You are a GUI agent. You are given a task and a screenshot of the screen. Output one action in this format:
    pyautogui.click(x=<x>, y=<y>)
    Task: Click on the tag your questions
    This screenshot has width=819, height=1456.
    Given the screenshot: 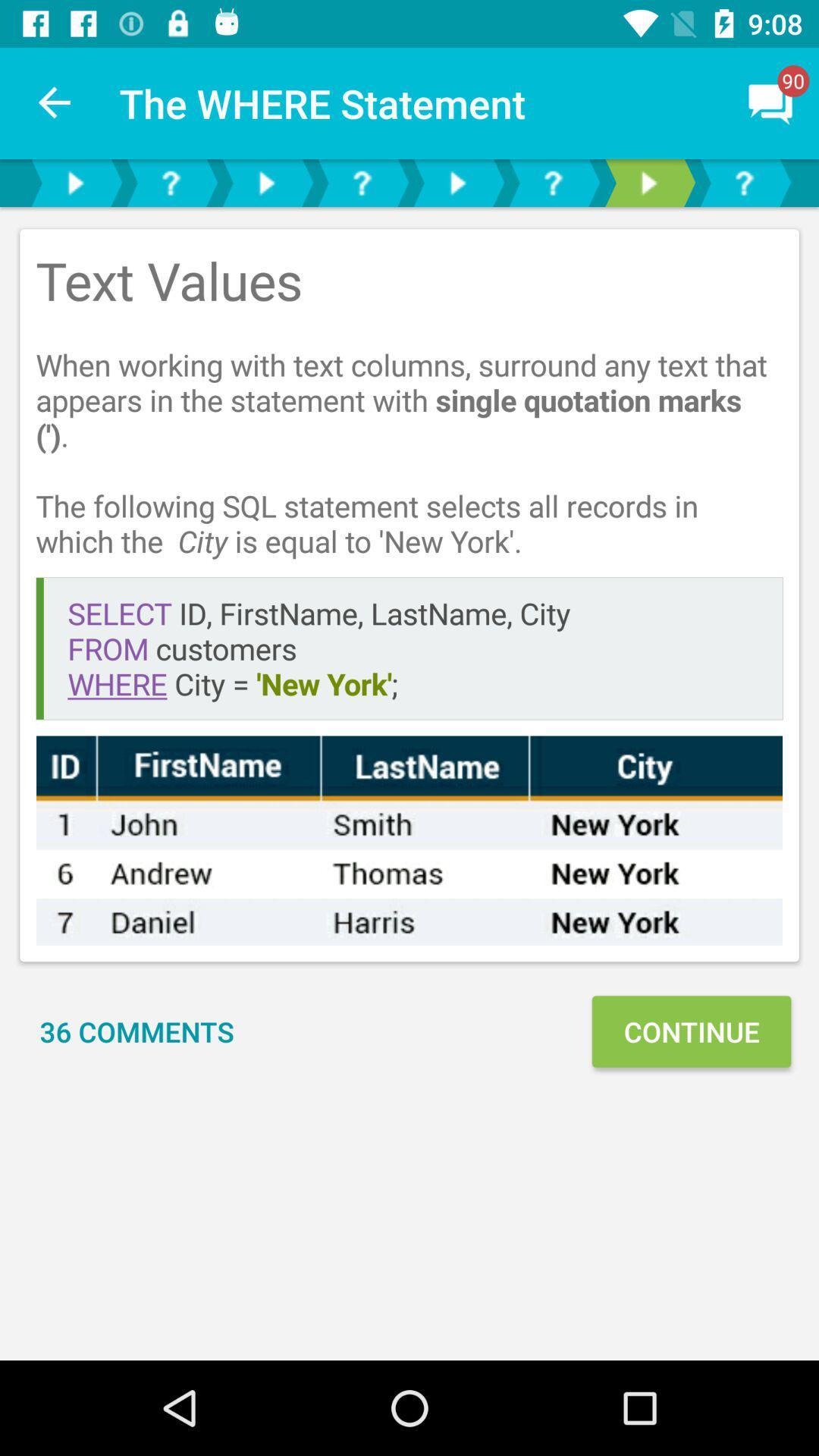 What is the action you would take?
    pyautogui.click(x=553, y=182)
    